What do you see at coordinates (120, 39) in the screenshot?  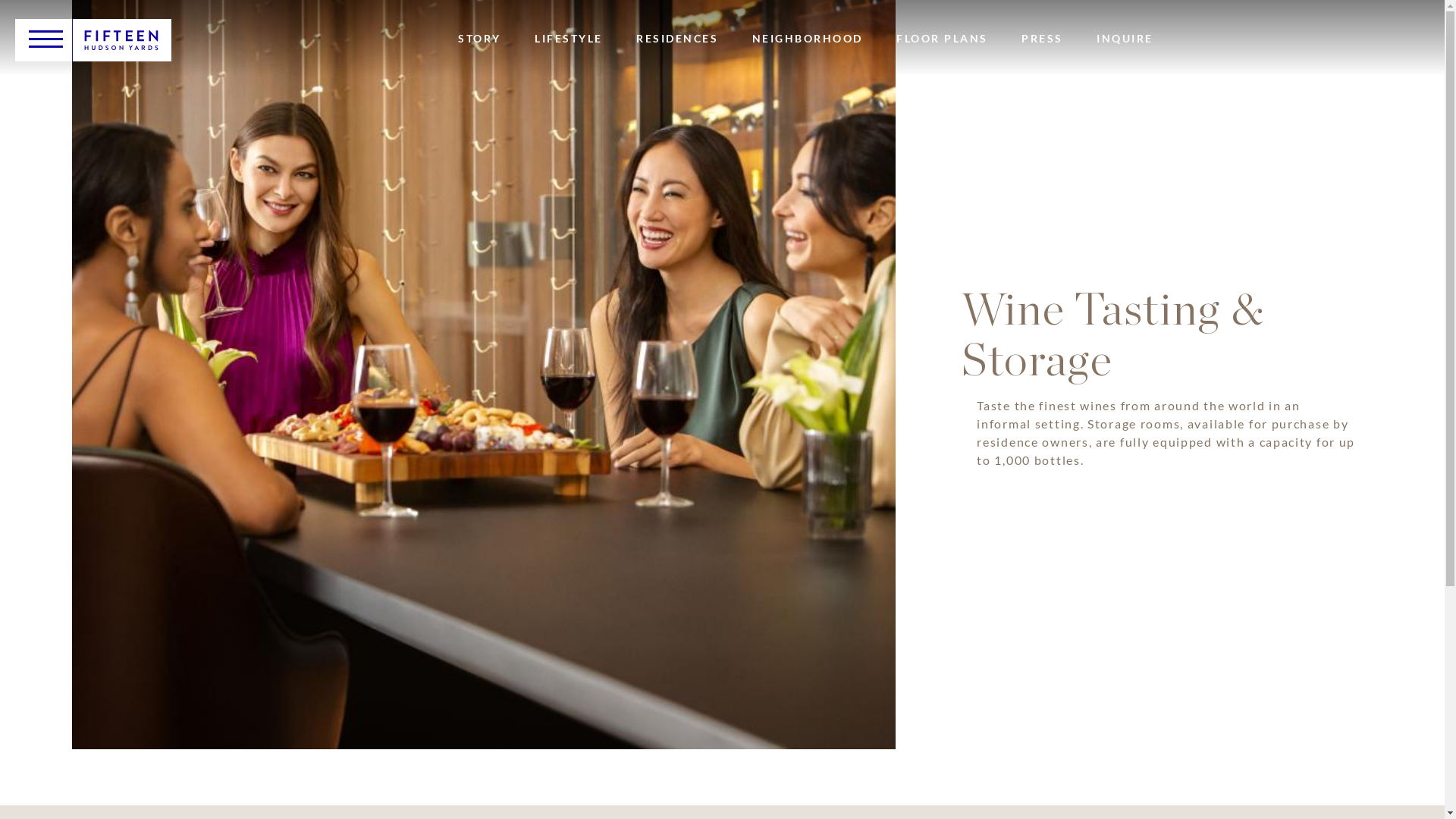 I see `'Logo'` at bounding box center [120, 39].